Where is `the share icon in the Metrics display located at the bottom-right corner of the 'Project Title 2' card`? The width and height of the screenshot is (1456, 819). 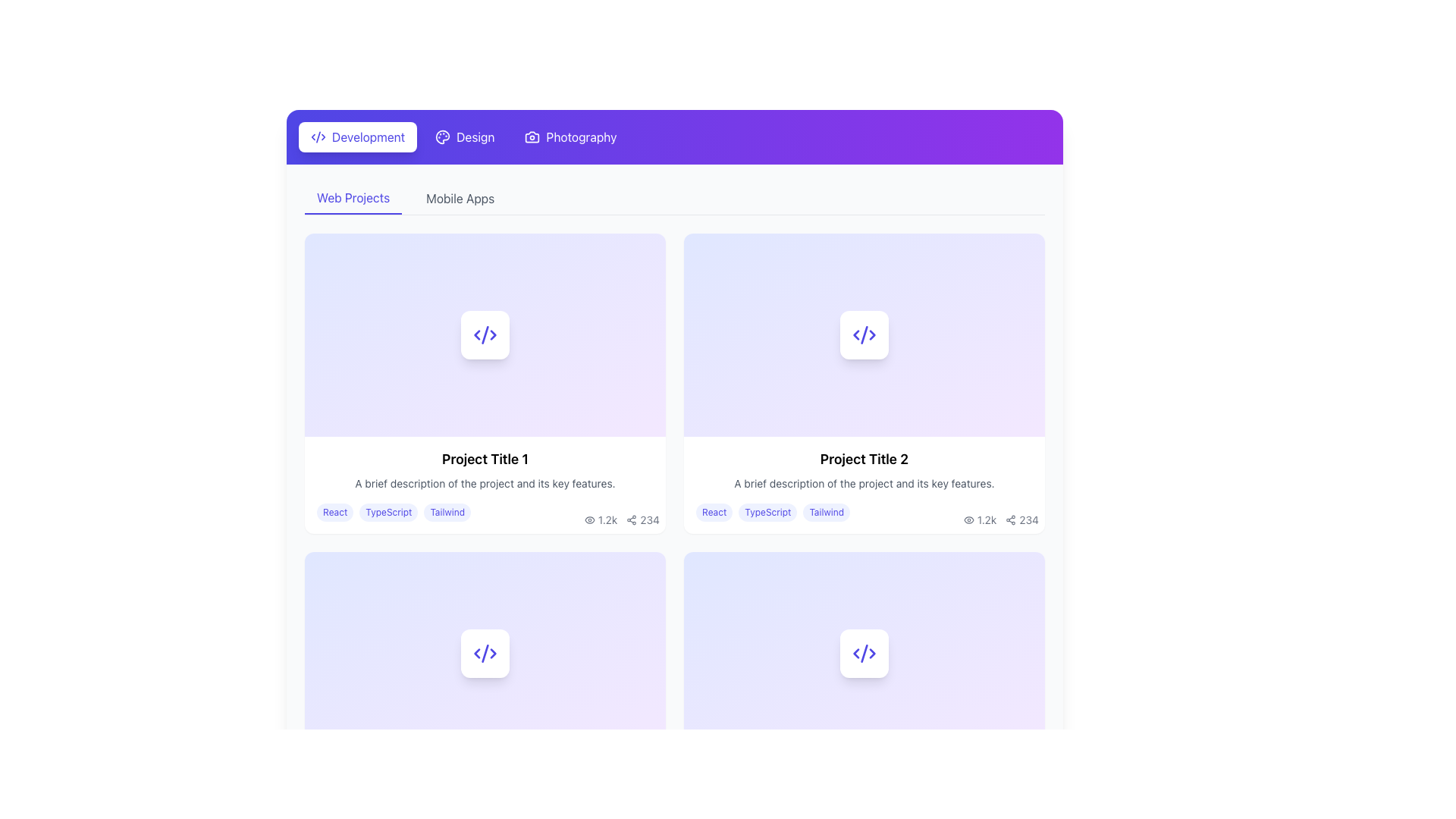 the share icon in the Metrics display located at the bottom-right corner of the 'Project Title 2' card is located at coordinates (1001, 519).